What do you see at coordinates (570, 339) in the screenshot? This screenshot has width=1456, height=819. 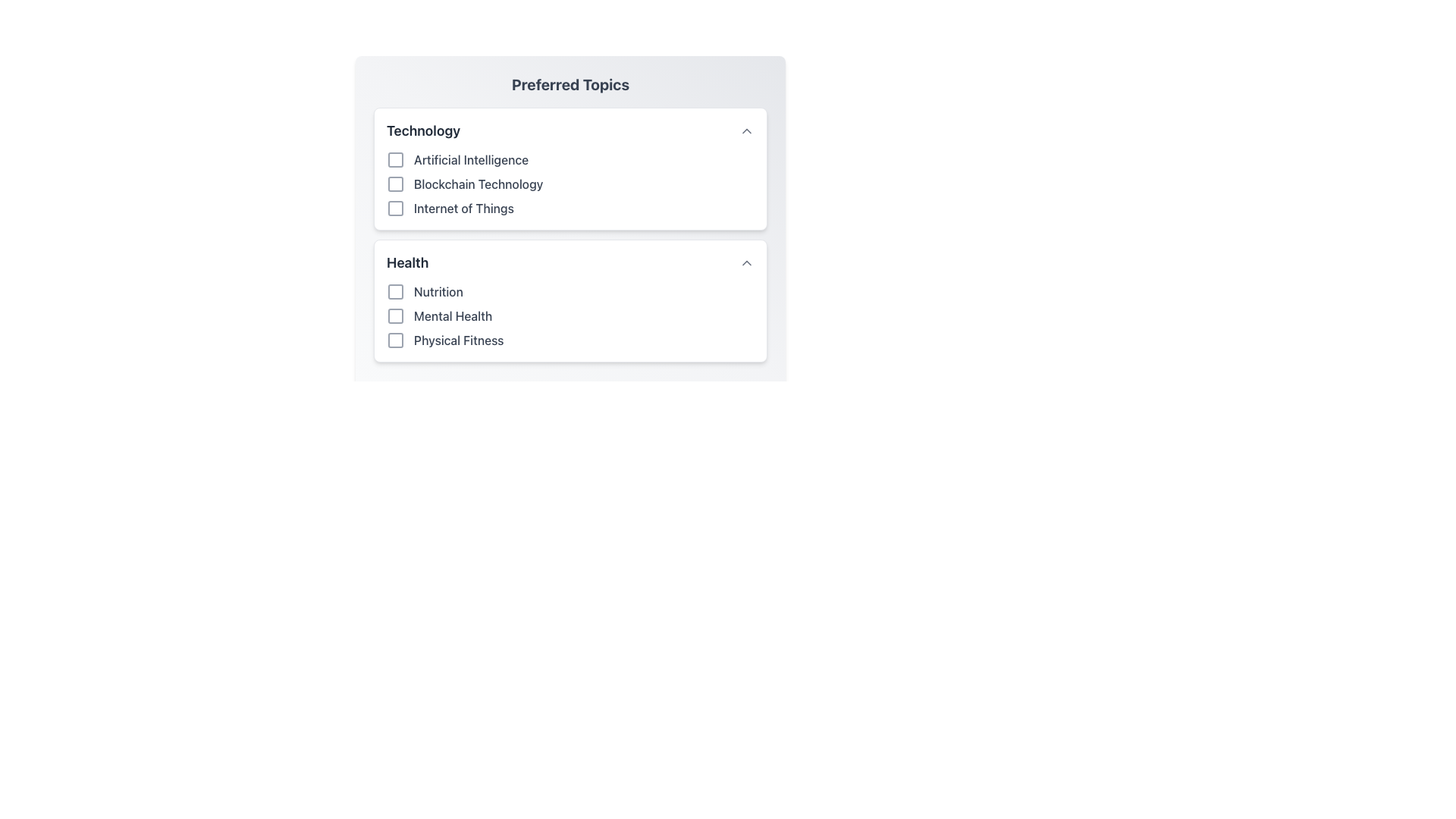 I see `the checkbox for 'Physical Fitness' in the 'Health' section` at bounding box center [570, 339].